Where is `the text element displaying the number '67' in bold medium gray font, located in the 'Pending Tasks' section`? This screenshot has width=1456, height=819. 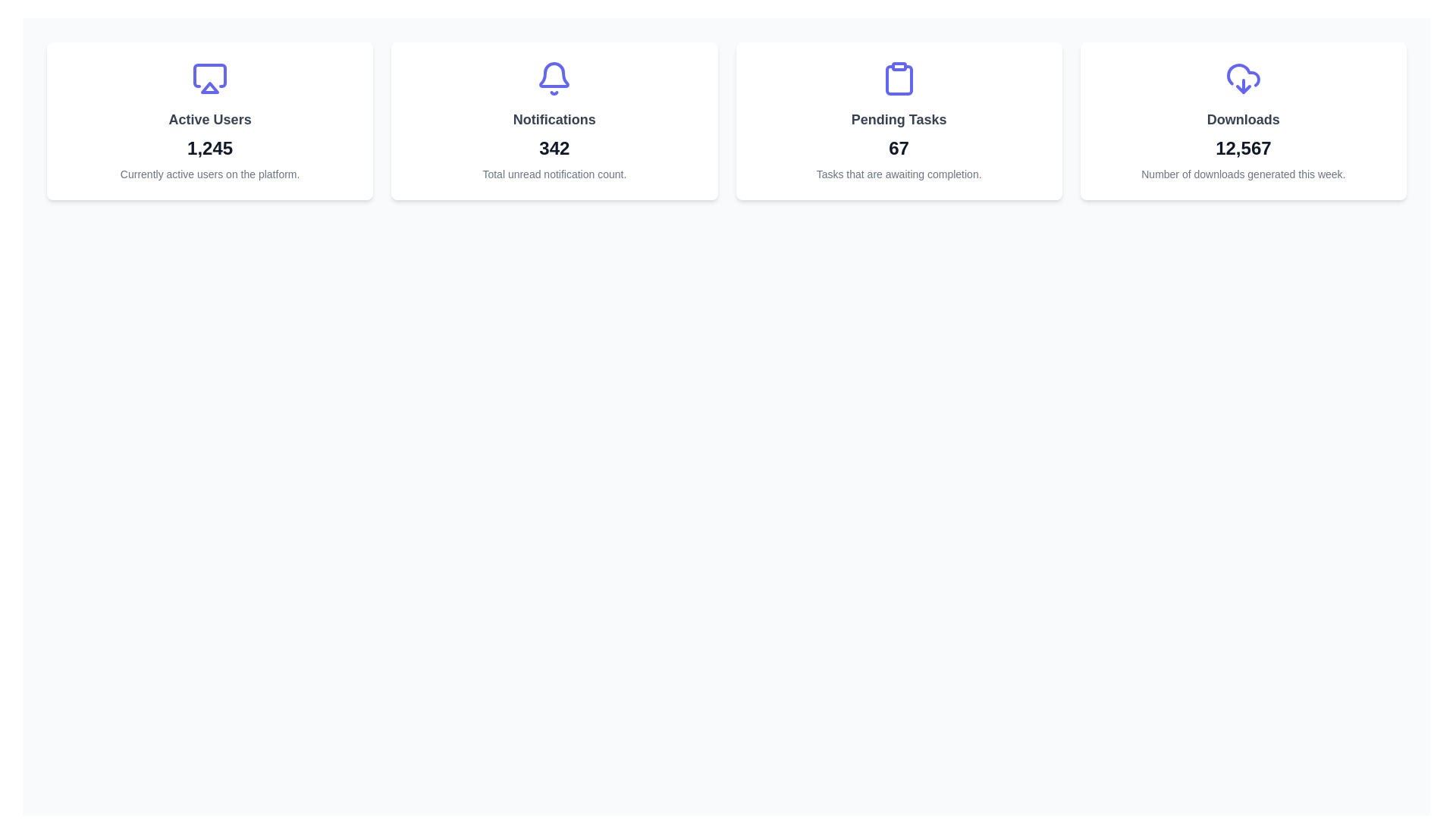 the text element displaying the number '67' in bold medium gray font, located in the 'Pending Tasks' section is located at coordinates (899, 149).